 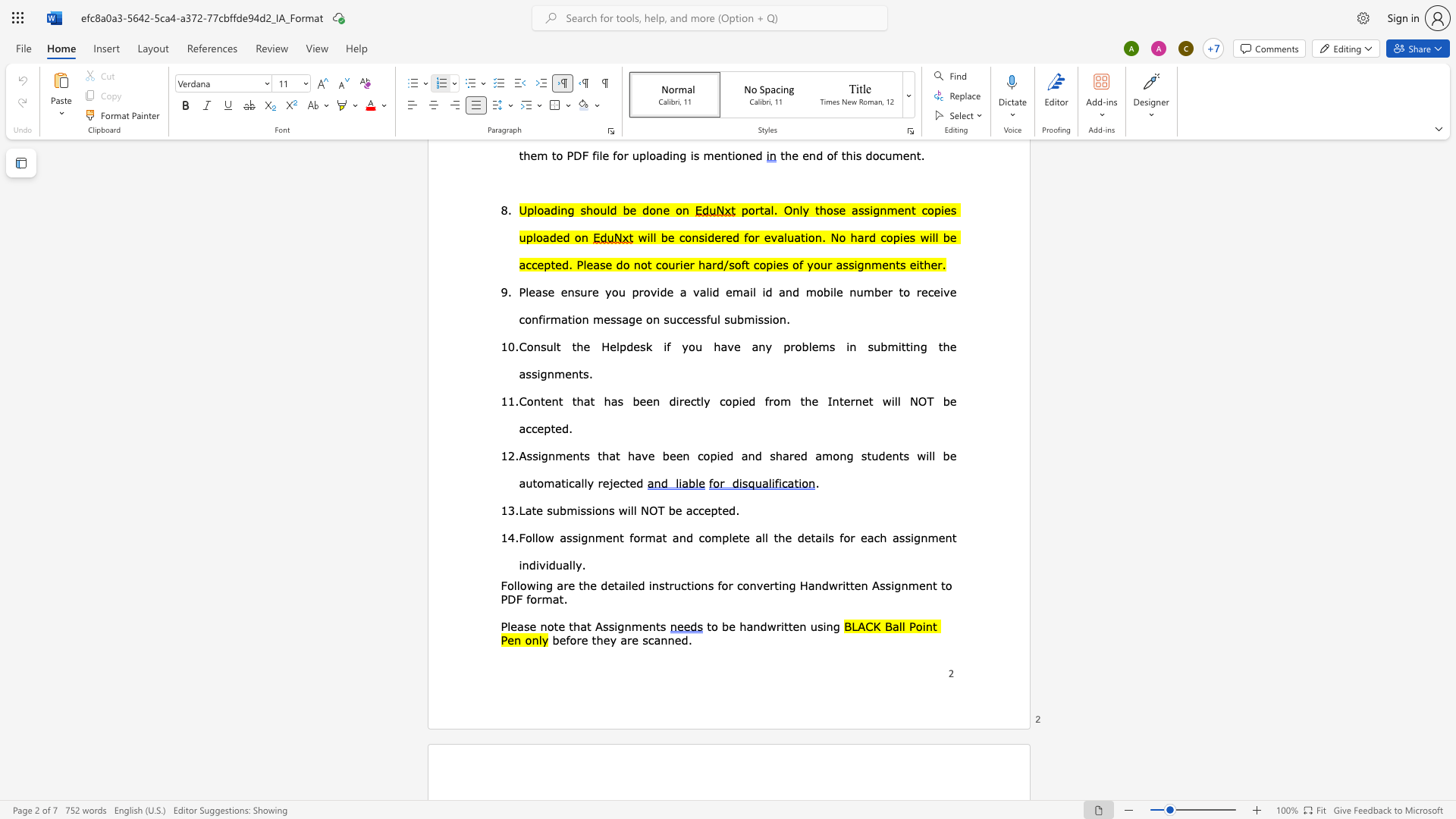 What do you see at coordinates (608, 510) in the screenshot?
I see `the space between the continuous character "n" and "s" in the text` at bounding box center [608, 510].